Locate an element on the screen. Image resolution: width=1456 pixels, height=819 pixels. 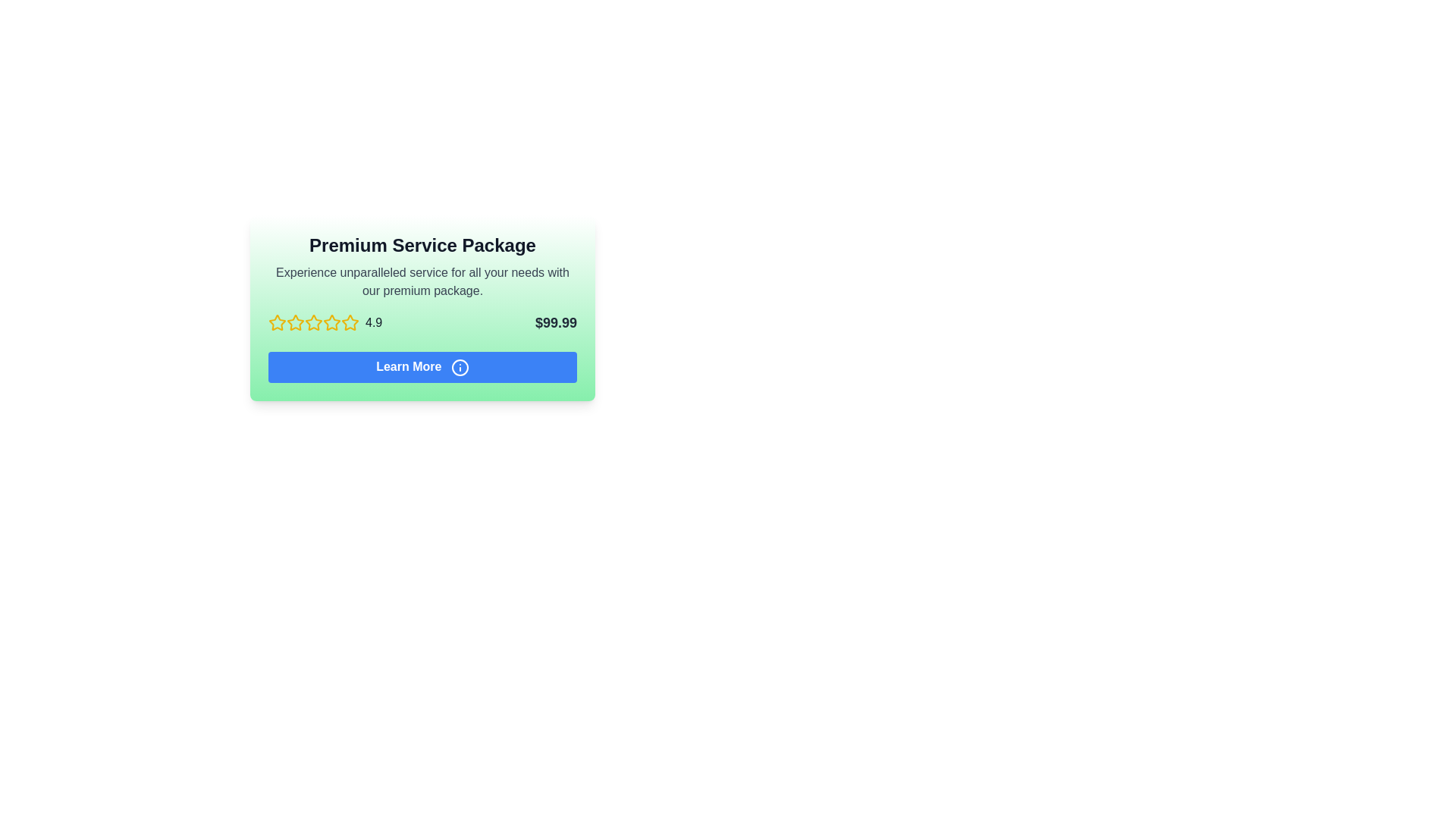
the star icons in the Rating display component located under the 'Premium Service Package' heading is located at coordinates (325, 322).